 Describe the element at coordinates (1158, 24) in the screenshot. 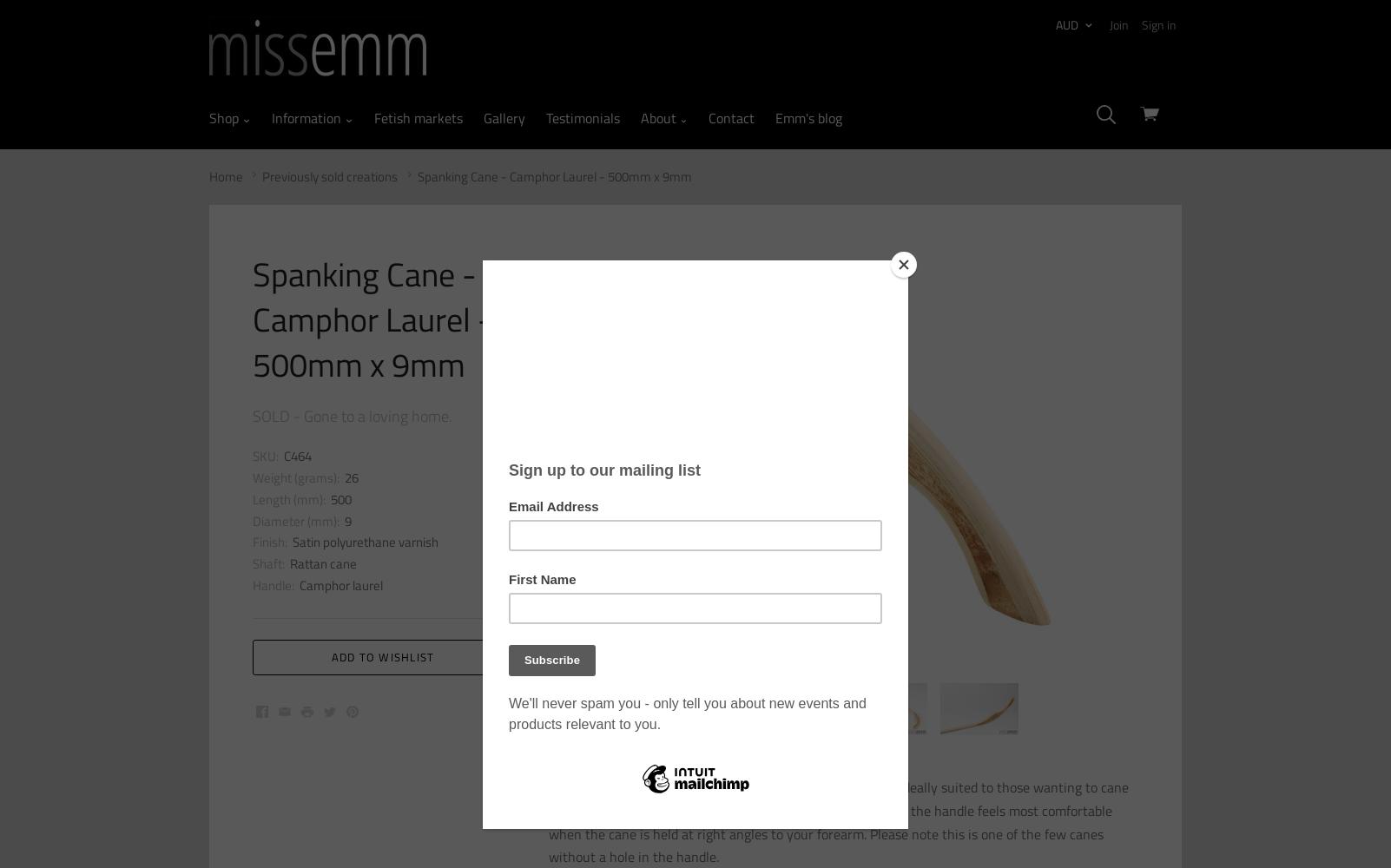

I see `'Sign in'` at that location.